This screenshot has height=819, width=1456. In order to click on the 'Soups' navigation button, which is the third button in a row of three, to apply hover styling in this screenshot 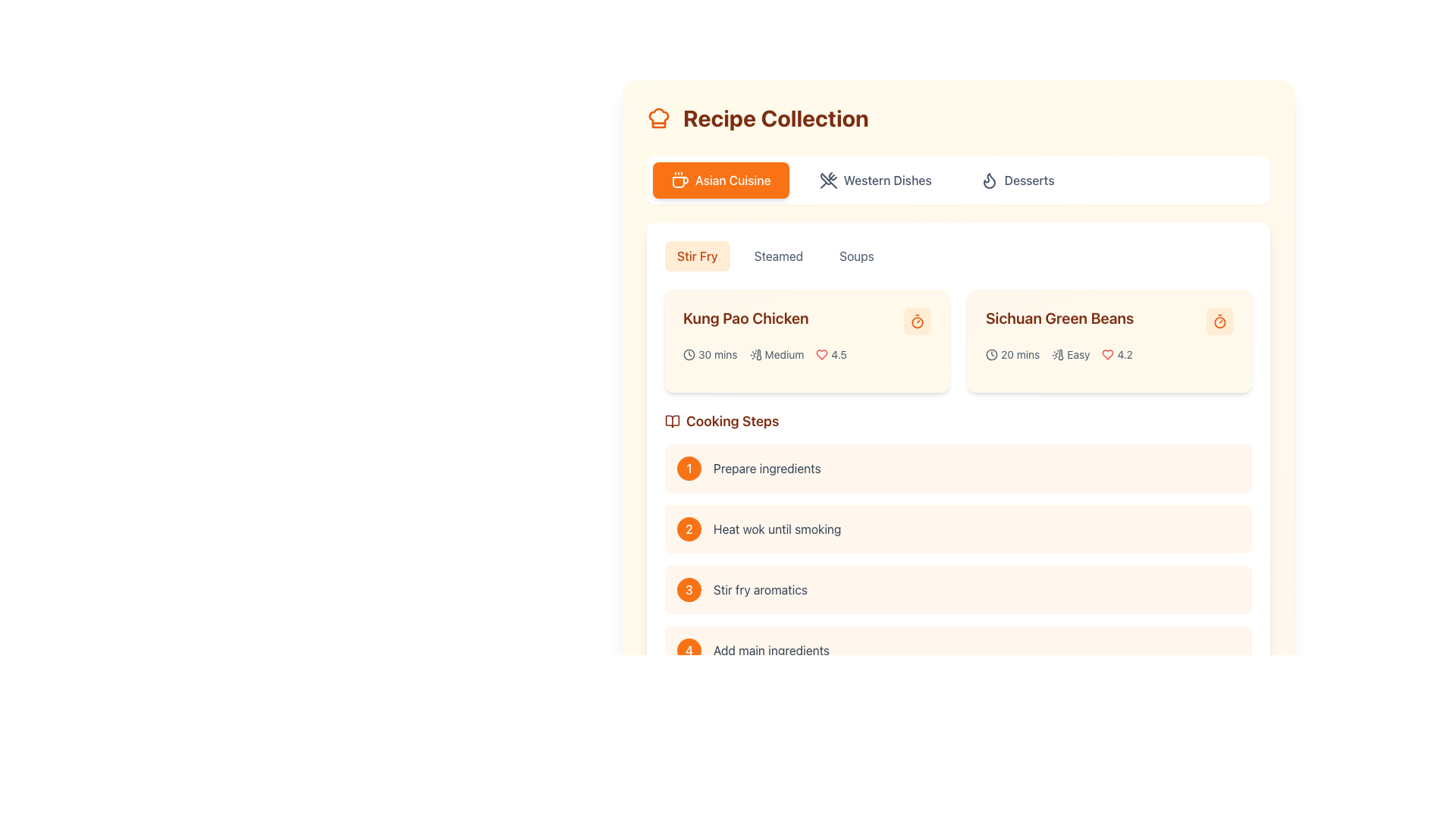, I will do `click(856, 256)`.